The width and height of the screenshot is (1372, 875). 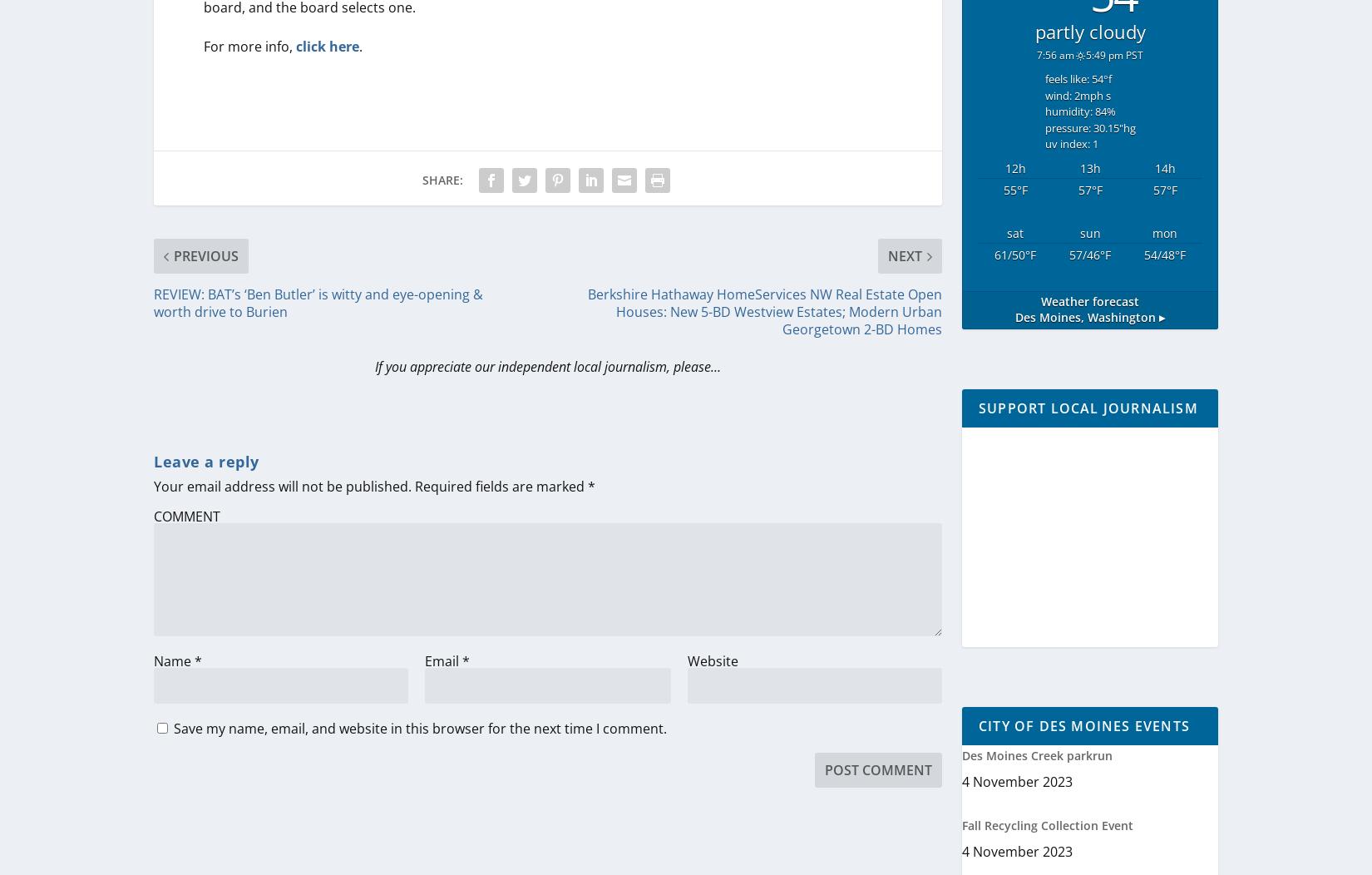 I want to click on '.', so click(x=358, y=45).